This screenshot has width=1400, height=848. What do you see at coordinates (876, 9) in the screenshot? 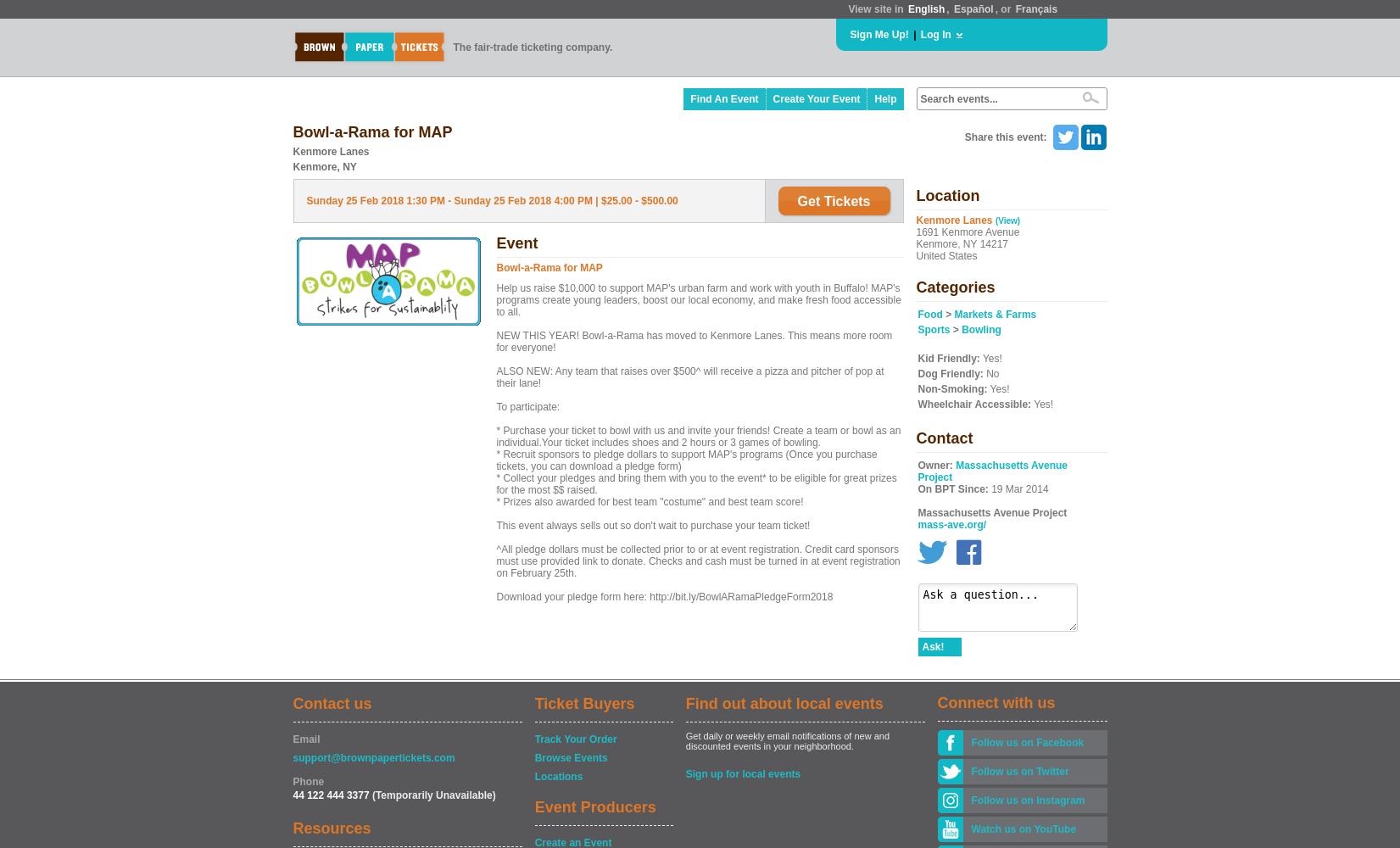
I see `'View site in'` at bounding box center [876, 9].